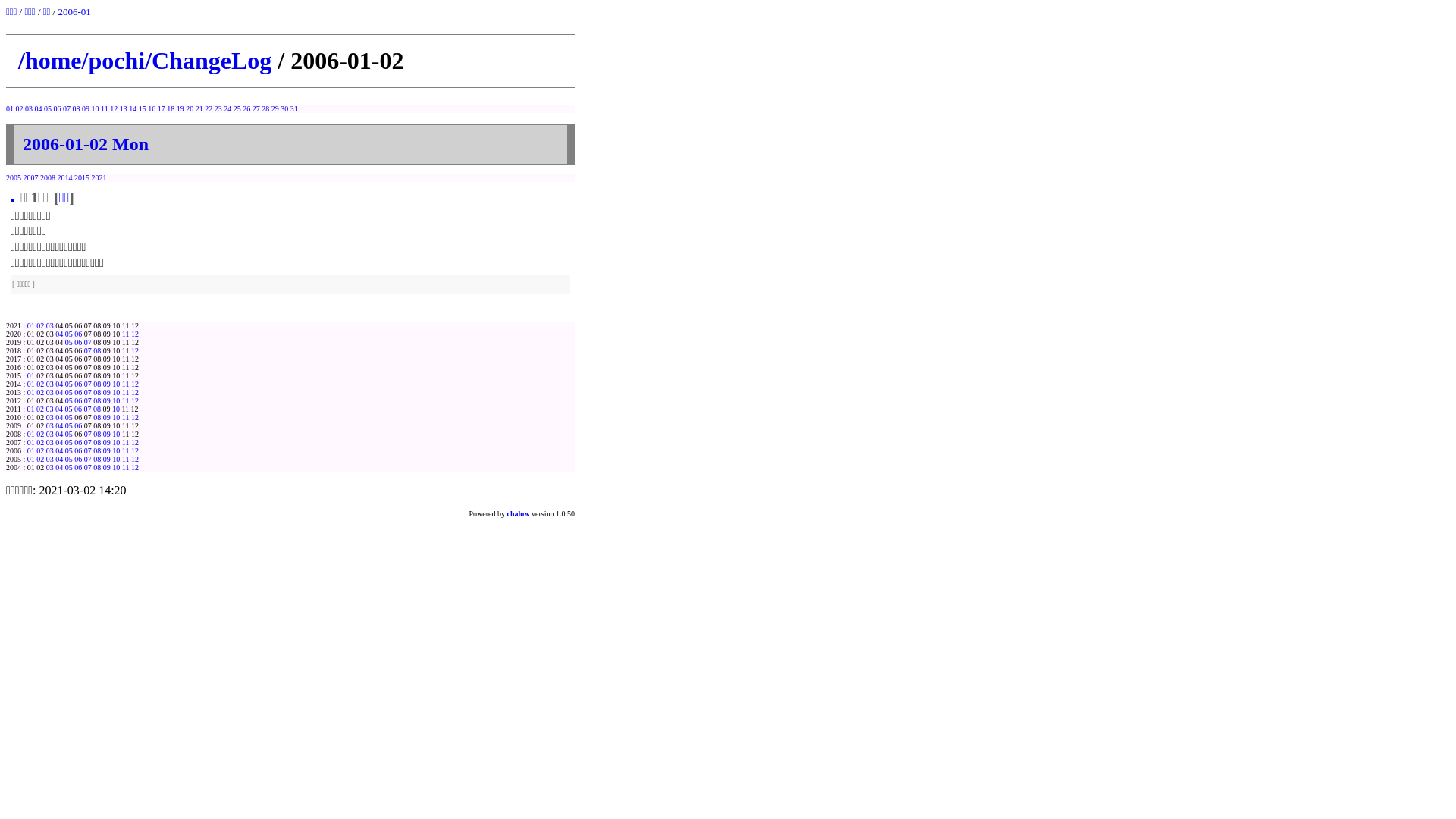 This screenshot has height=819, width=1456. Describe the element at coordinates (39, 450) in the screenshot. I see `'02'` at that location.